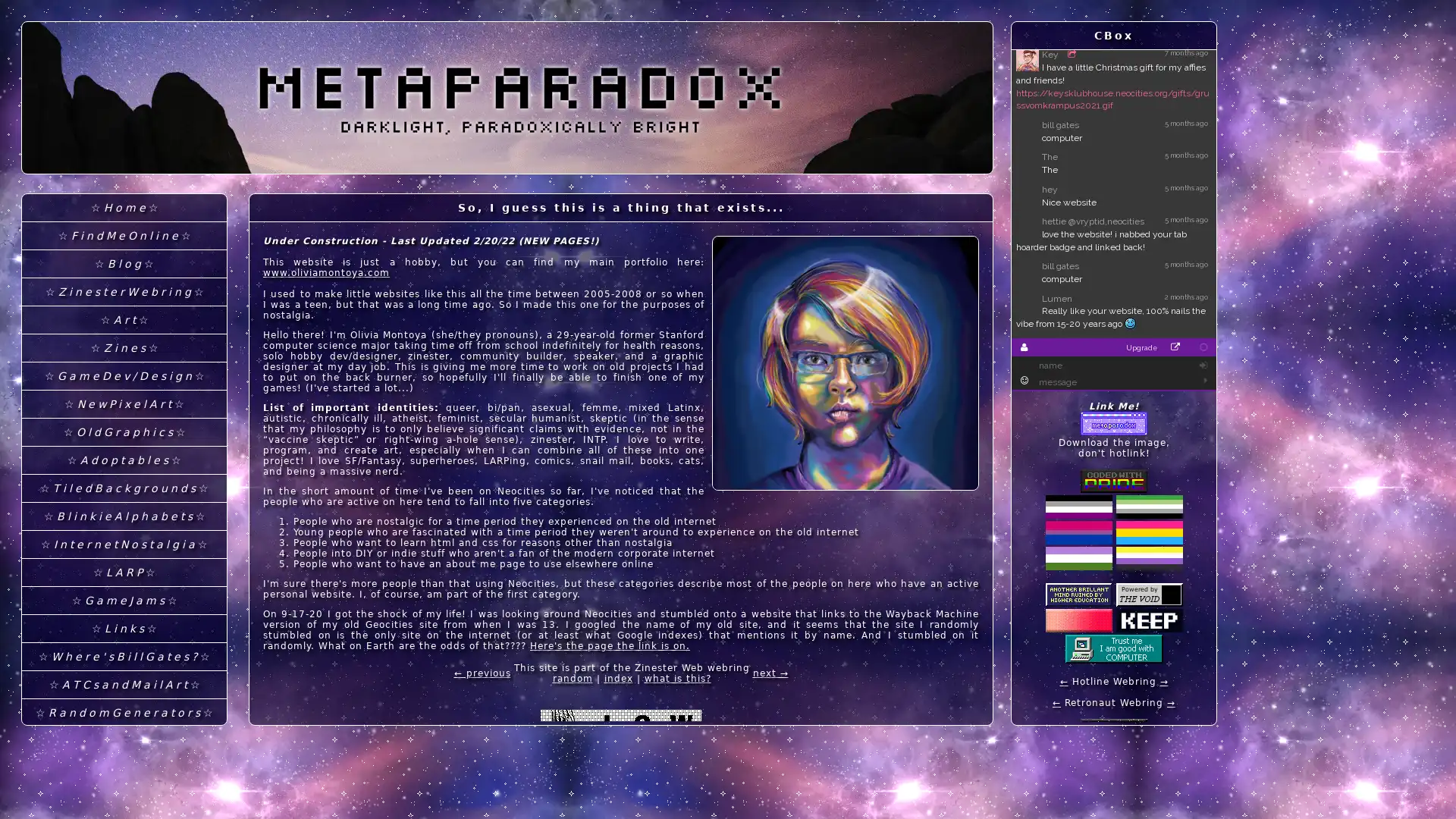 This screenshot has width=1456, height=819. Describe the element at coordinates (124, 208) in the screenshot. I see `H o m e` at that location.